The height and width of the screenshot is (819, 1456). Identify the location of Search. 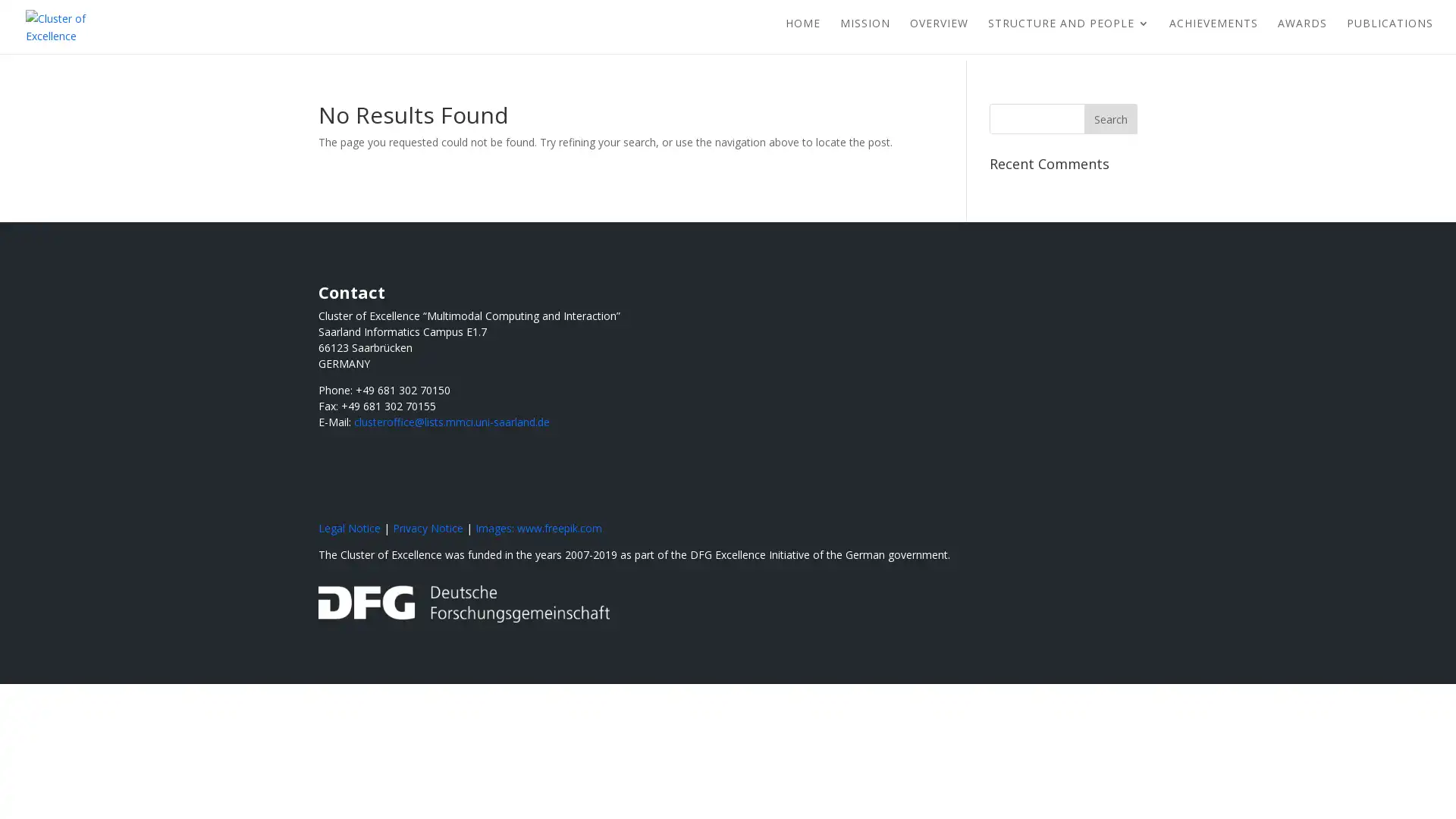
(1110, 114).